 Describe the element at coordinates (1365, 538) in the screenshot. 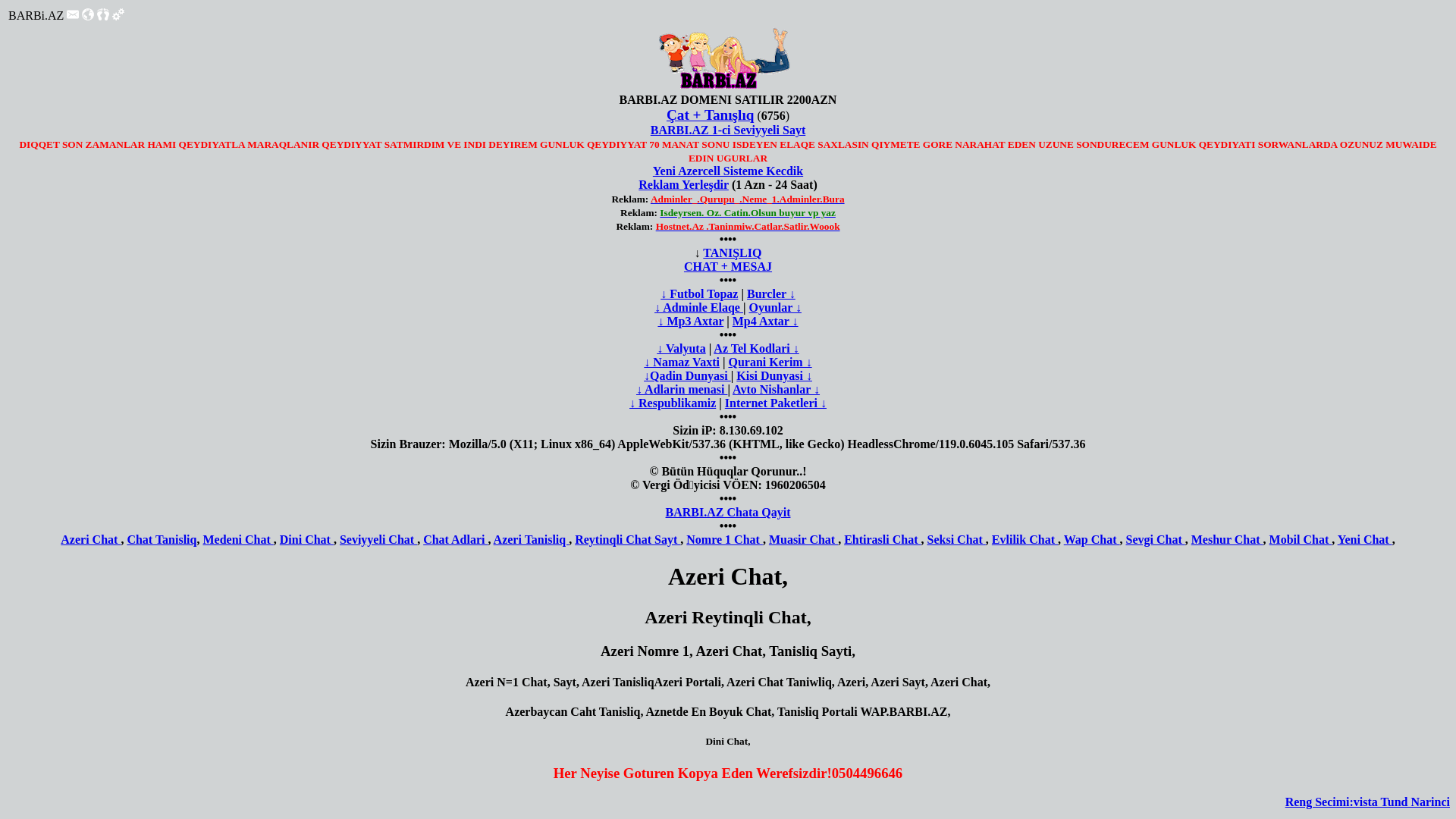

I see `'Yeni Chat'` at that location.